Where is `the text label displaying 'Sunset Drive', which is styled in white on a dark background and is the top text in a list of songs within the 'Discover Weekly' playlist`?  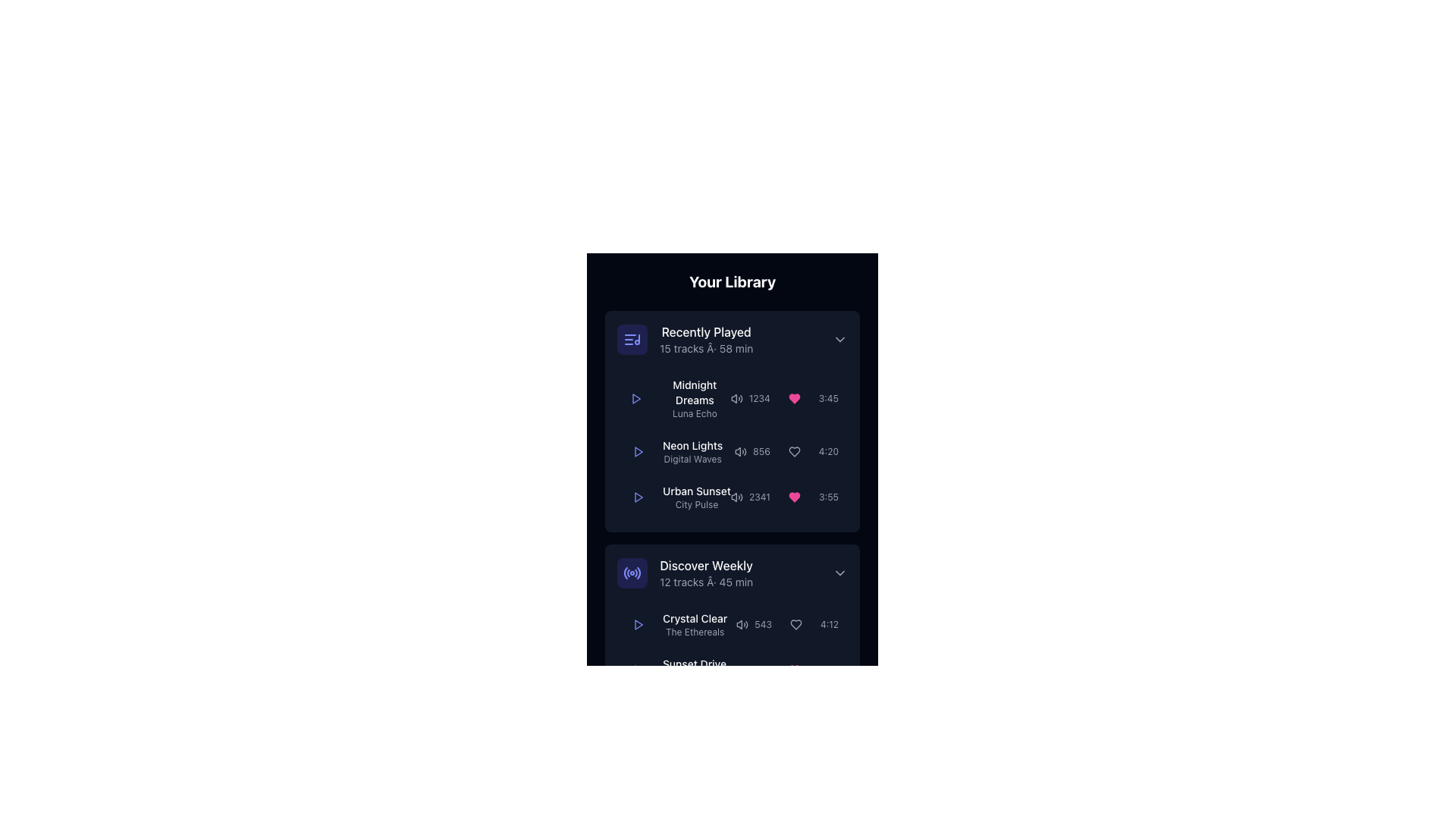 the text label displaying 'Sunset Drive', which is styled in white on a dark background and is the top text in a list of songs within the 'Discover Weekly' playlist is located at coordinates (694, 663).